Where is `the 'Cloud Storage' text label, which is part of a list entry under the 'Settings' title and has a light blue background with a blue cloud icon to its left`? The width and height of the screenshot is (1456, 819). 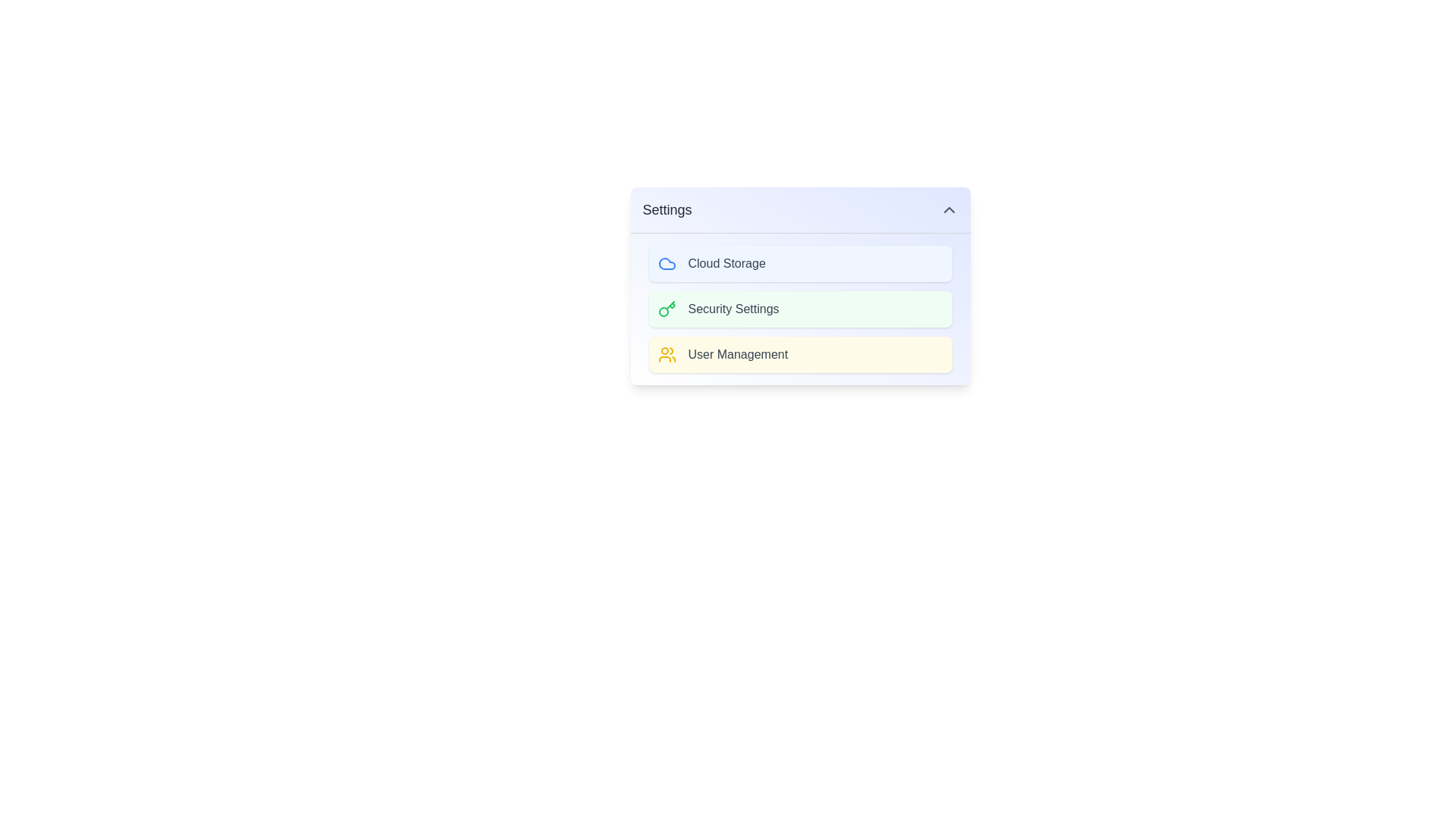 the 'Cloud Storage' text label, which is part of a list entry under the 'Settings' title and has a light blue background with a blue cloud icon to its left is located at coordinates (726, 262).